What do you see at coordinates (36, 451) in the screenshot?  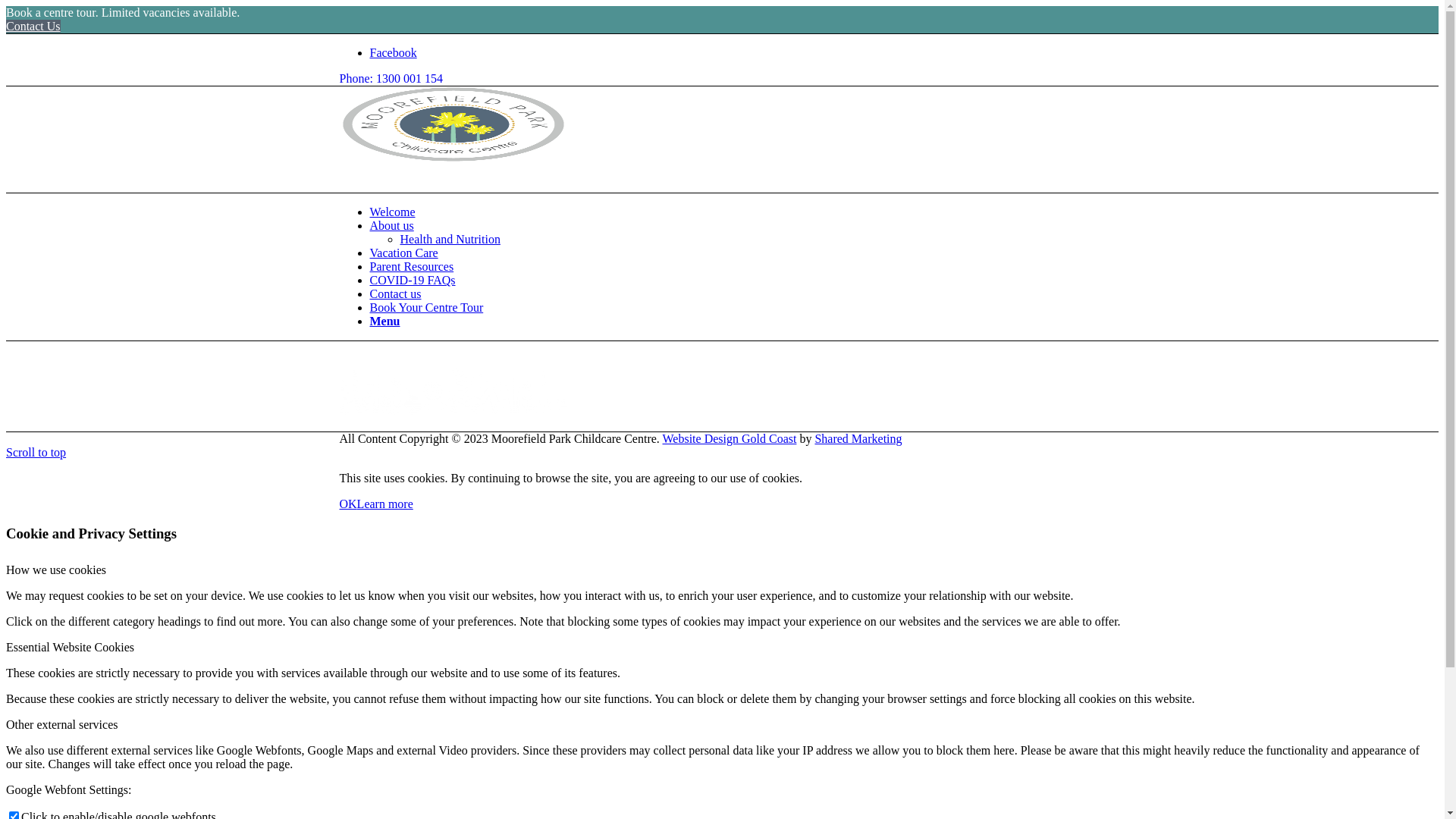 I see `'Scroll to top'` at bounding box center [36, 451].